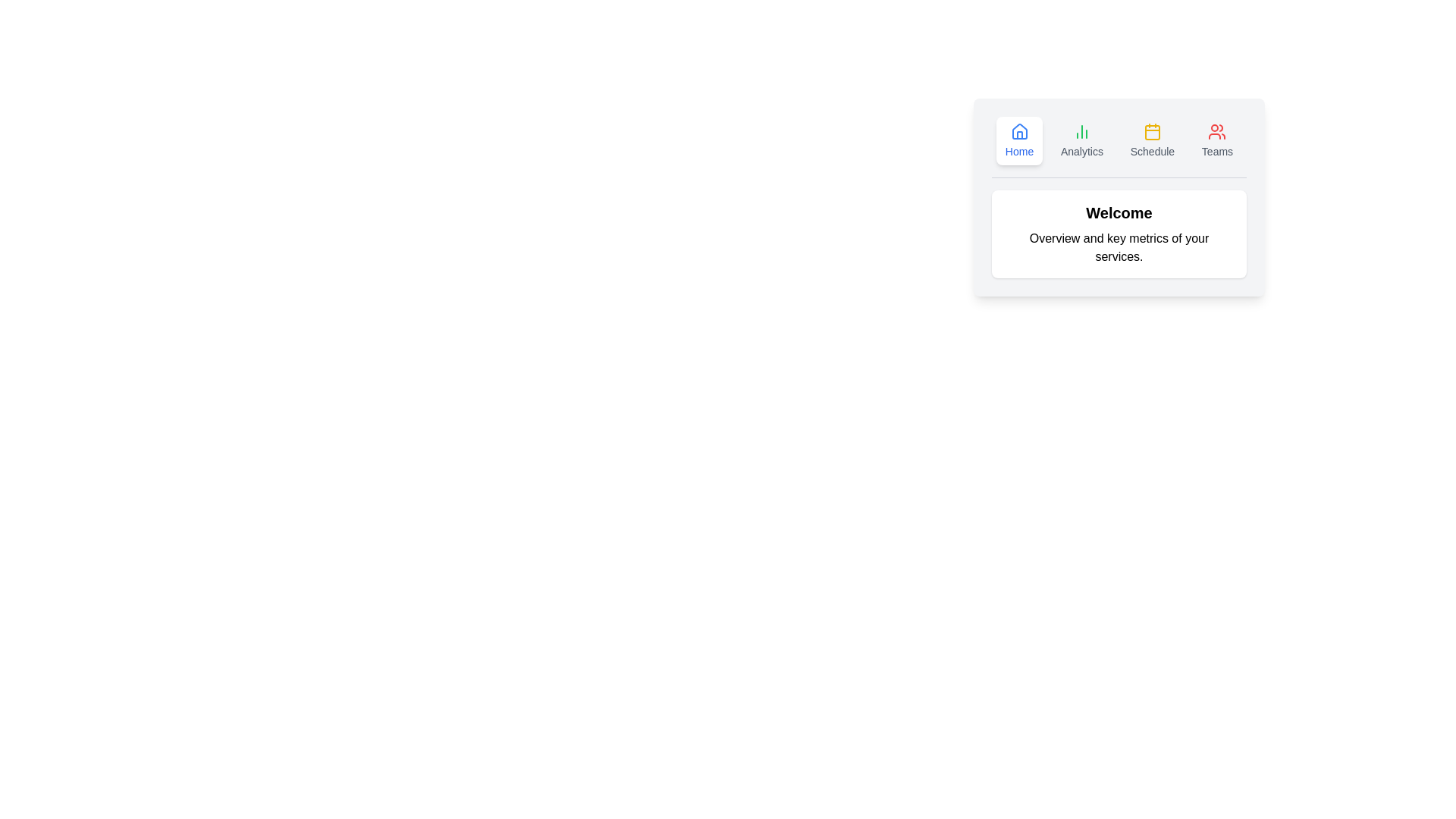 The image size is (1456, 819). What do you see at coordinates (1152, 140) in the screenshot?
I see `the 'Schedule' navigation button located in the top-level navigation bar, situated between 'Analytics' and 'Teams' to trigger additional styling effects` at bounding box center [1152, 140].